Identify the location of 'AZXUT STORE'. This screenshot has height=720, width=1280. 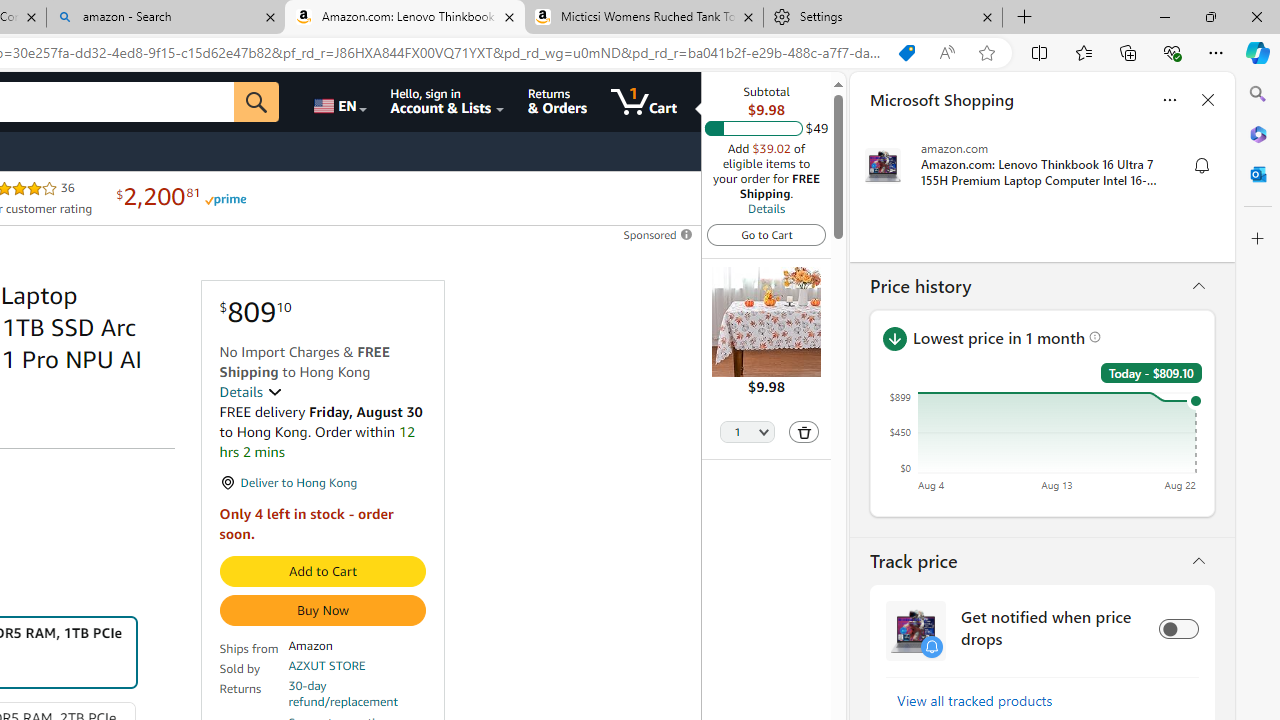
(327, 665).